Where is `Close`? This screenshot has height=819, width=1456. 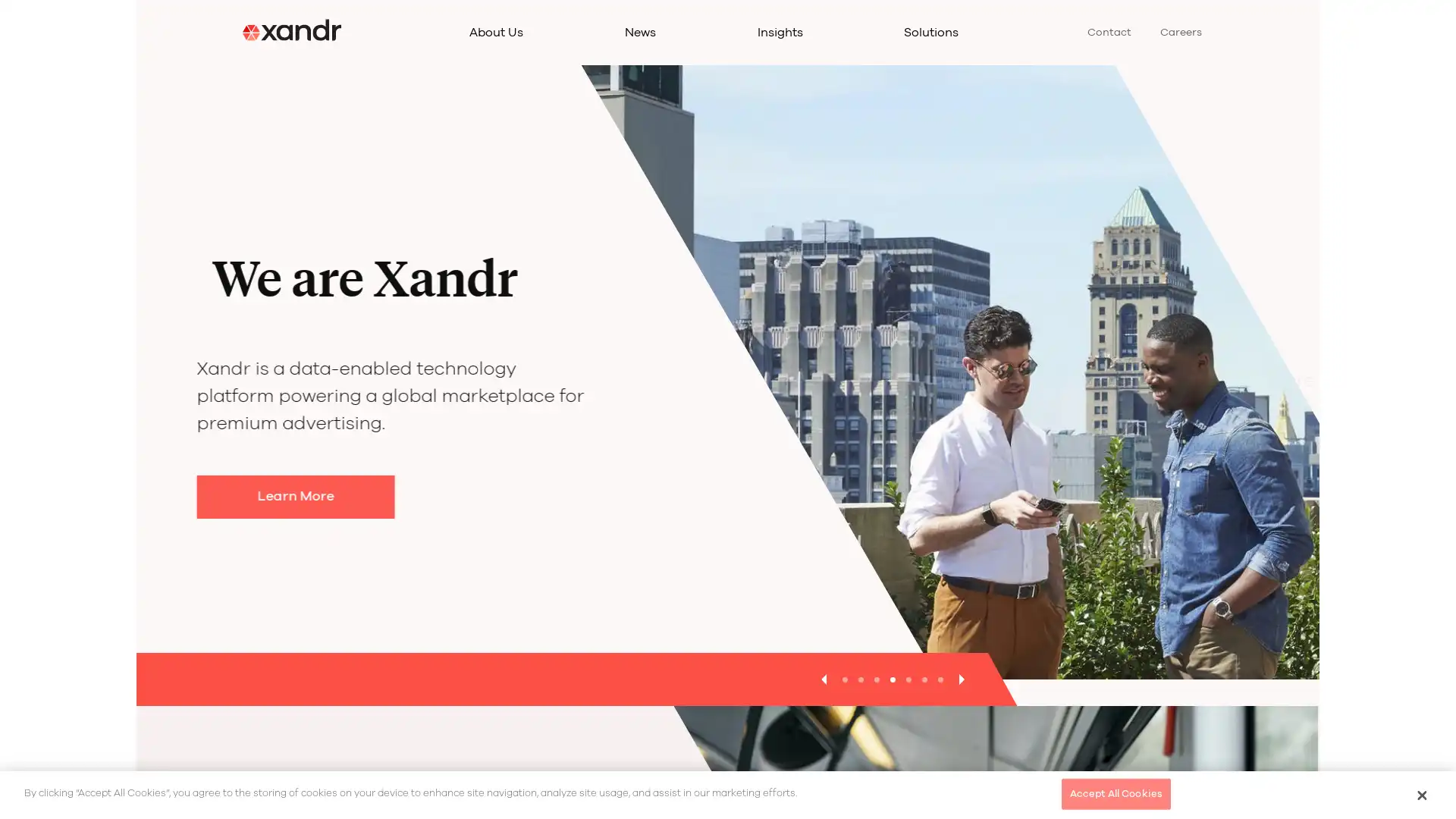 Close is located at coordinates (1420, 794).